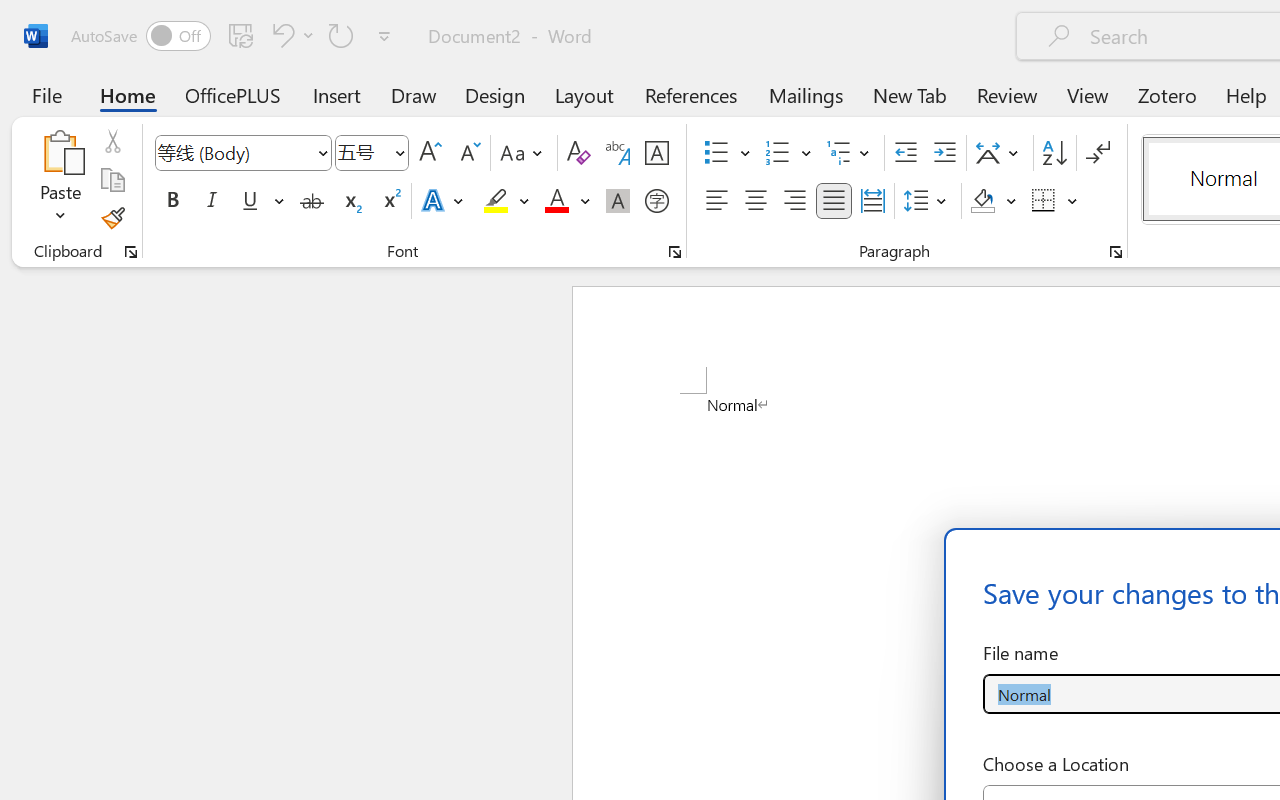 The height and width of the screenshot is (800, 1280). I want to click on 'Draw', so click(413, 94).